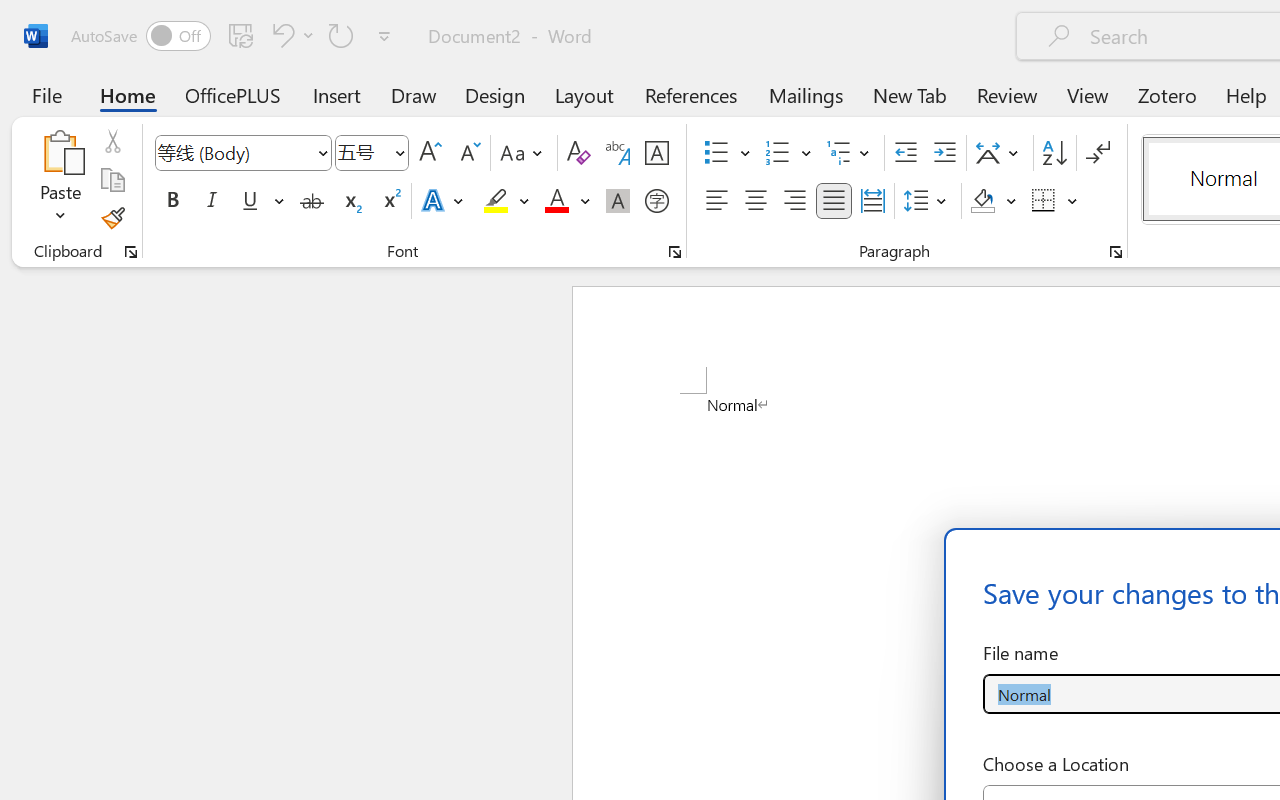 The height and width of the screenshot is (800, 1280). I want to click on 'Draw', so click(413, 94).